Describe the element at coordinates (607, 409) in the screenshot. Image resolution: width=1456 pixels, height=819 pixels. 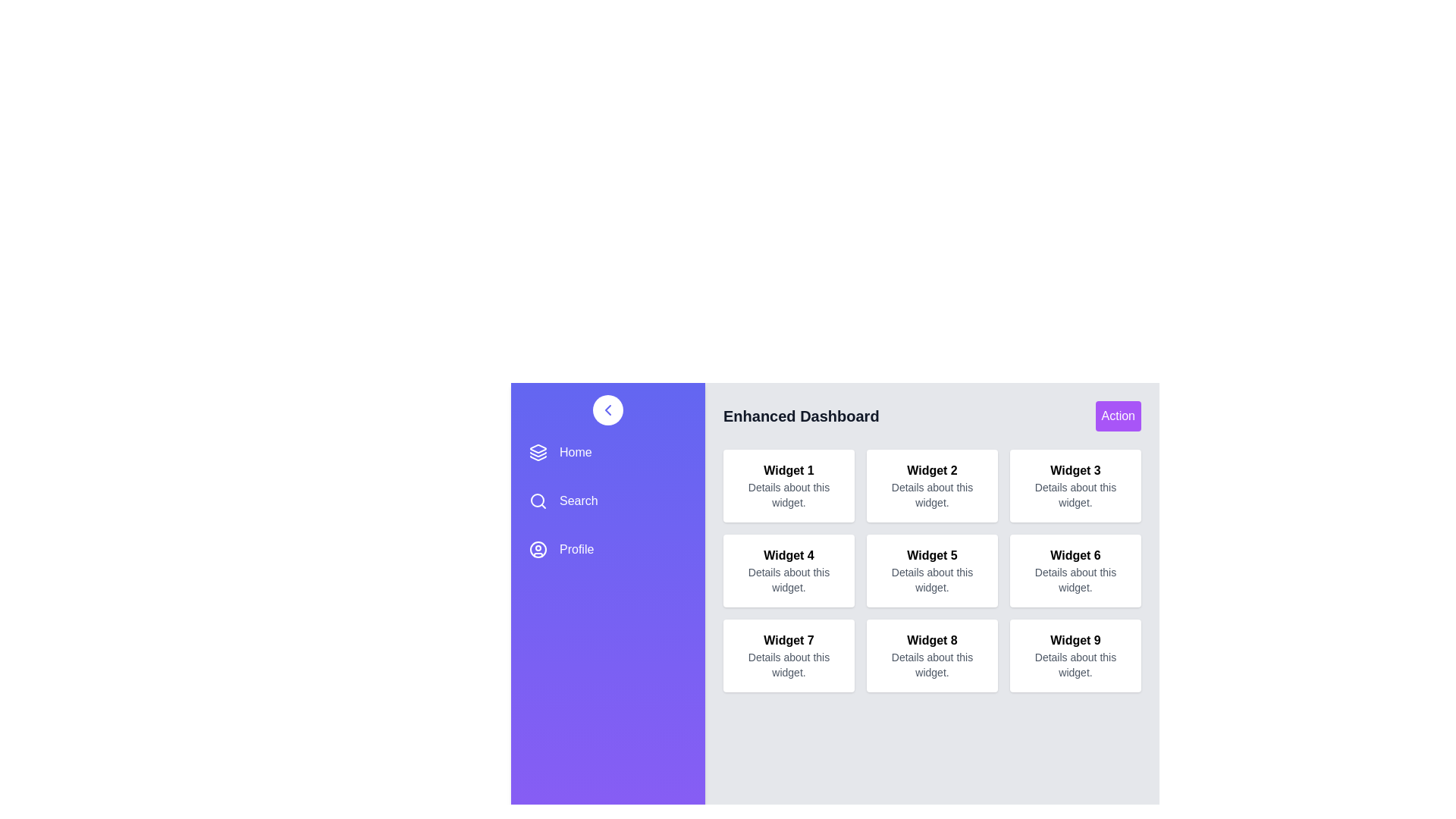
I see `the toggle button to change the drawer state` at that location.